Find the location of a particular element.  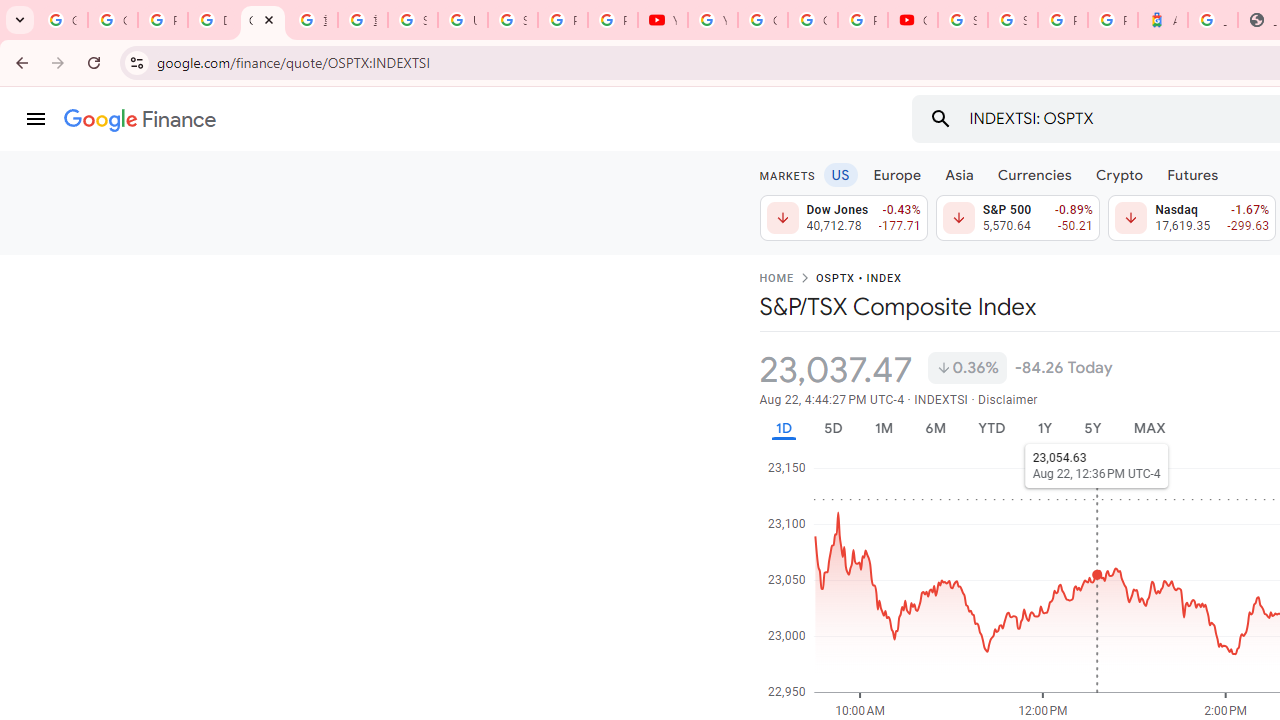

'Create your Google Account' is located at coordinates (813, 20).